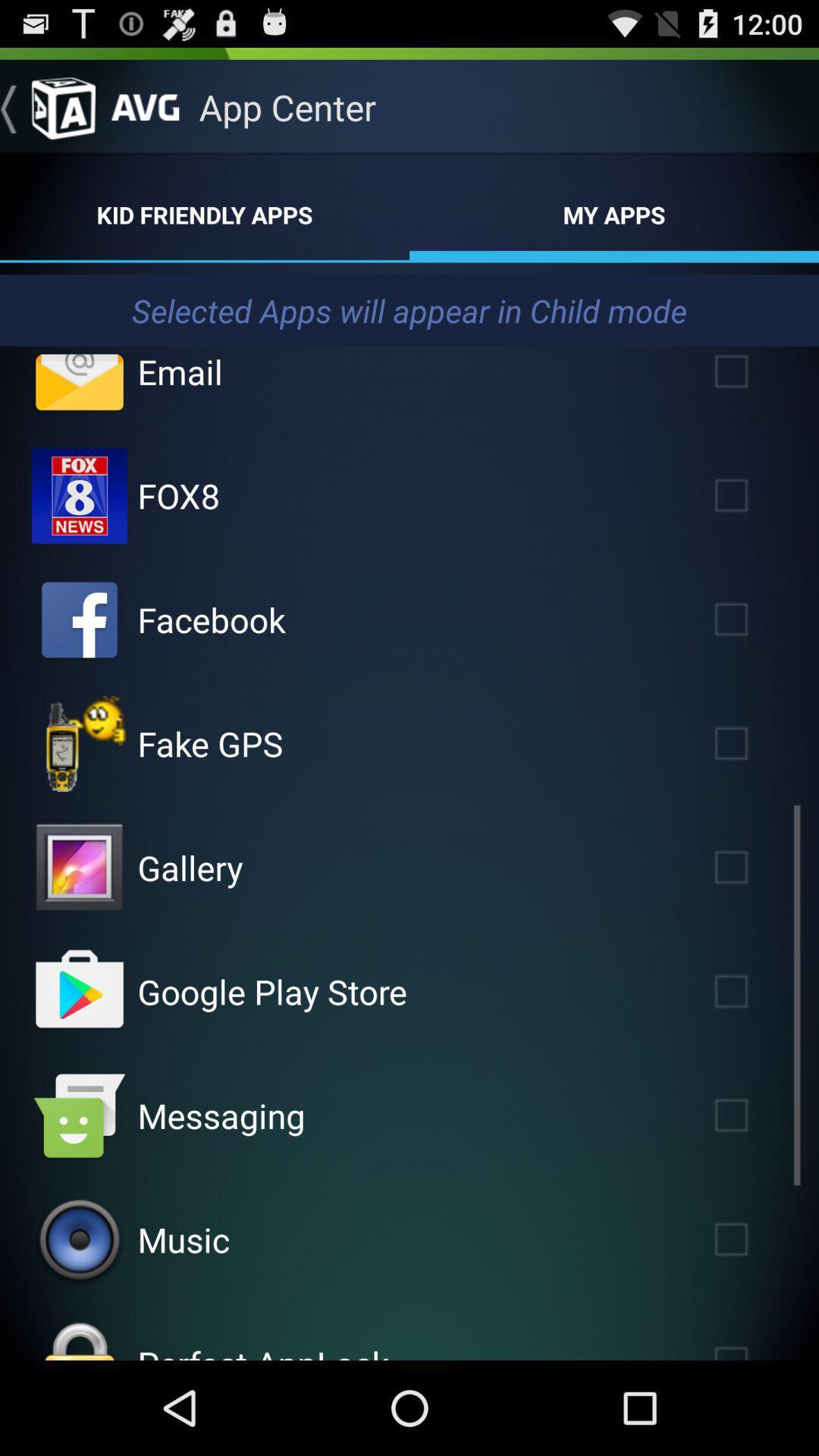 This screenshot has width=819, height=1456. What do you see at coordinates (183, 1239) in the screenshot?
I see `music app` at bounding box center [183, 1239].